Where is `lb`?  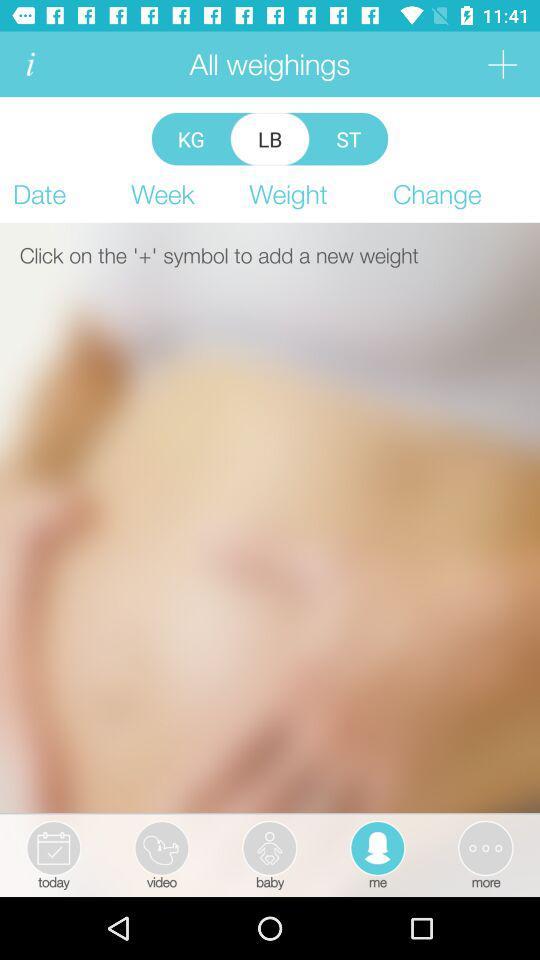
lb is located at coordinates (270, 138).